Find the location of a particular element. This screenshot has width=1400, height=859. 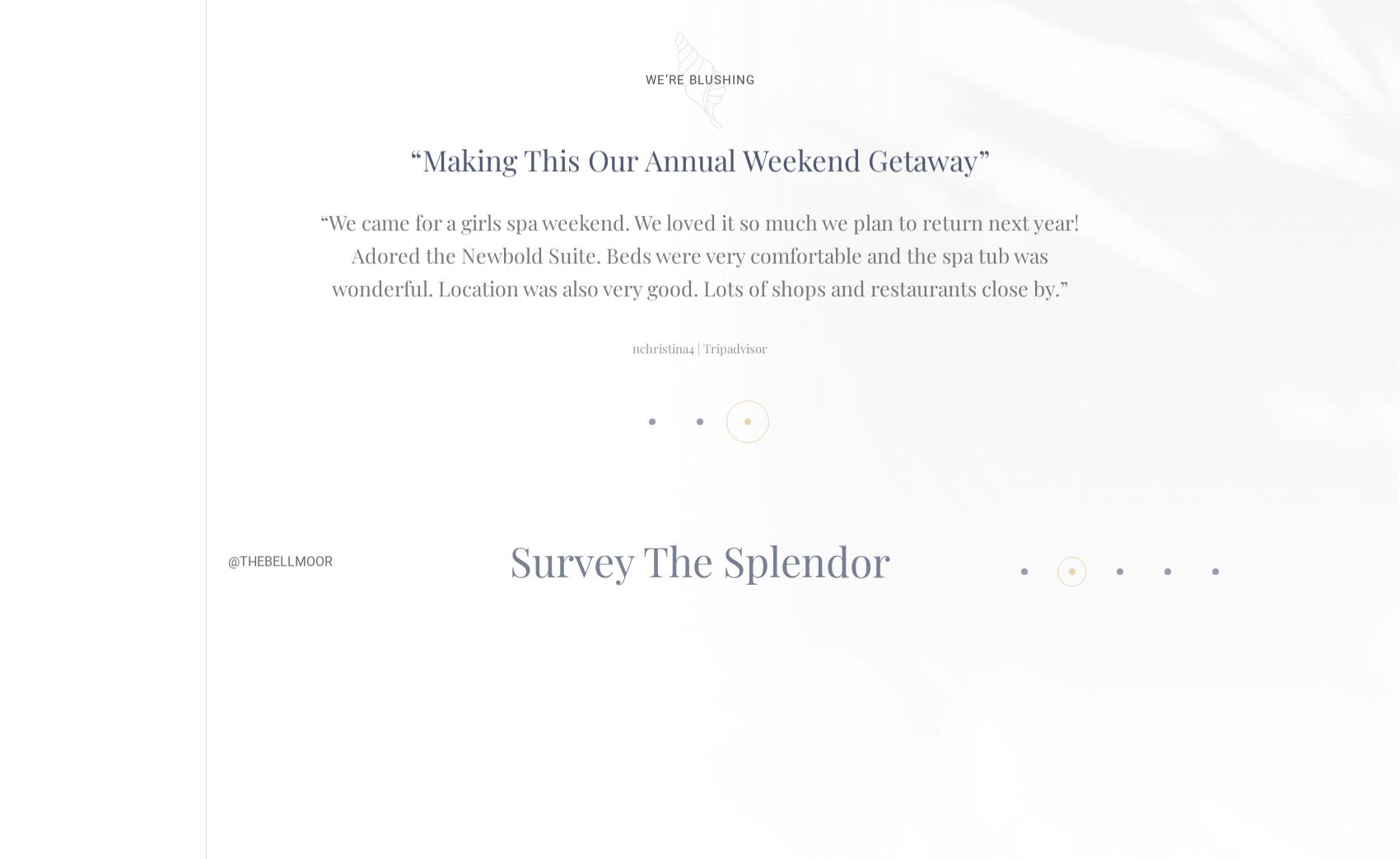

'"The place to stay in Rehoboth Beach"' is located at coordinates (700, 141).